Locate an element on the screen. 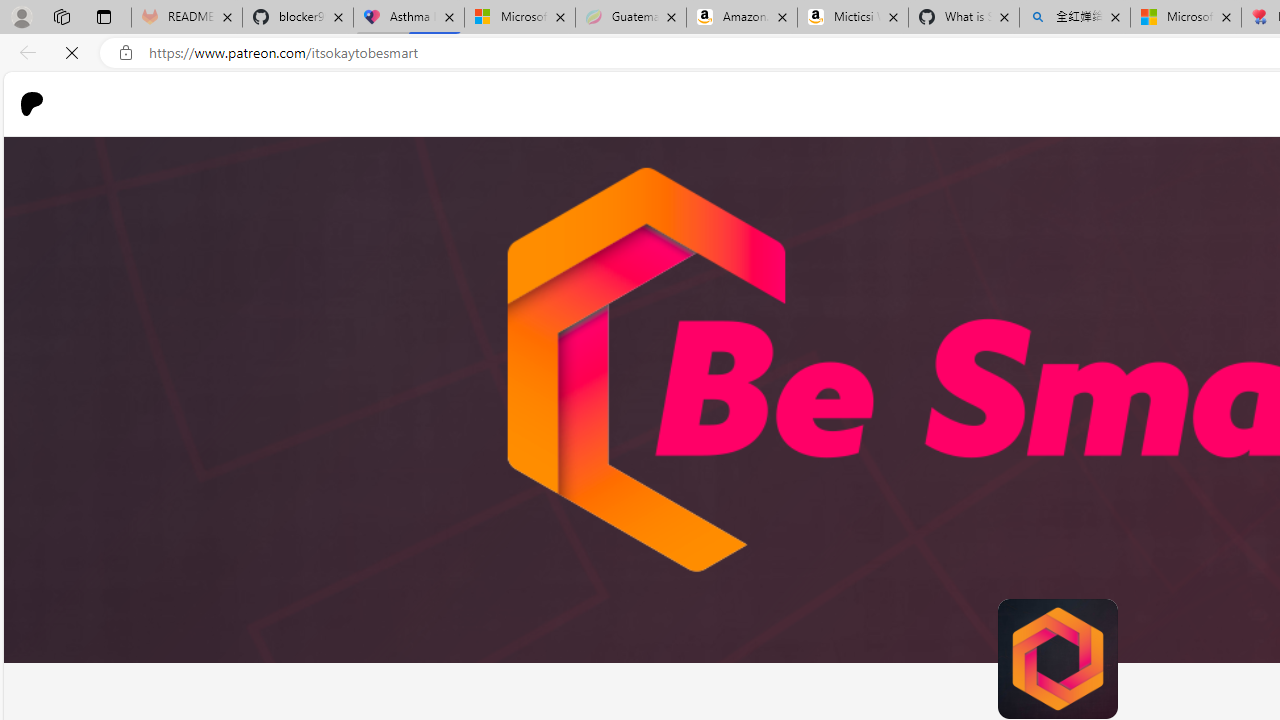 This screenshot has width=1280, height=720. 'Go to home page' is located at coordinates (40, 104).